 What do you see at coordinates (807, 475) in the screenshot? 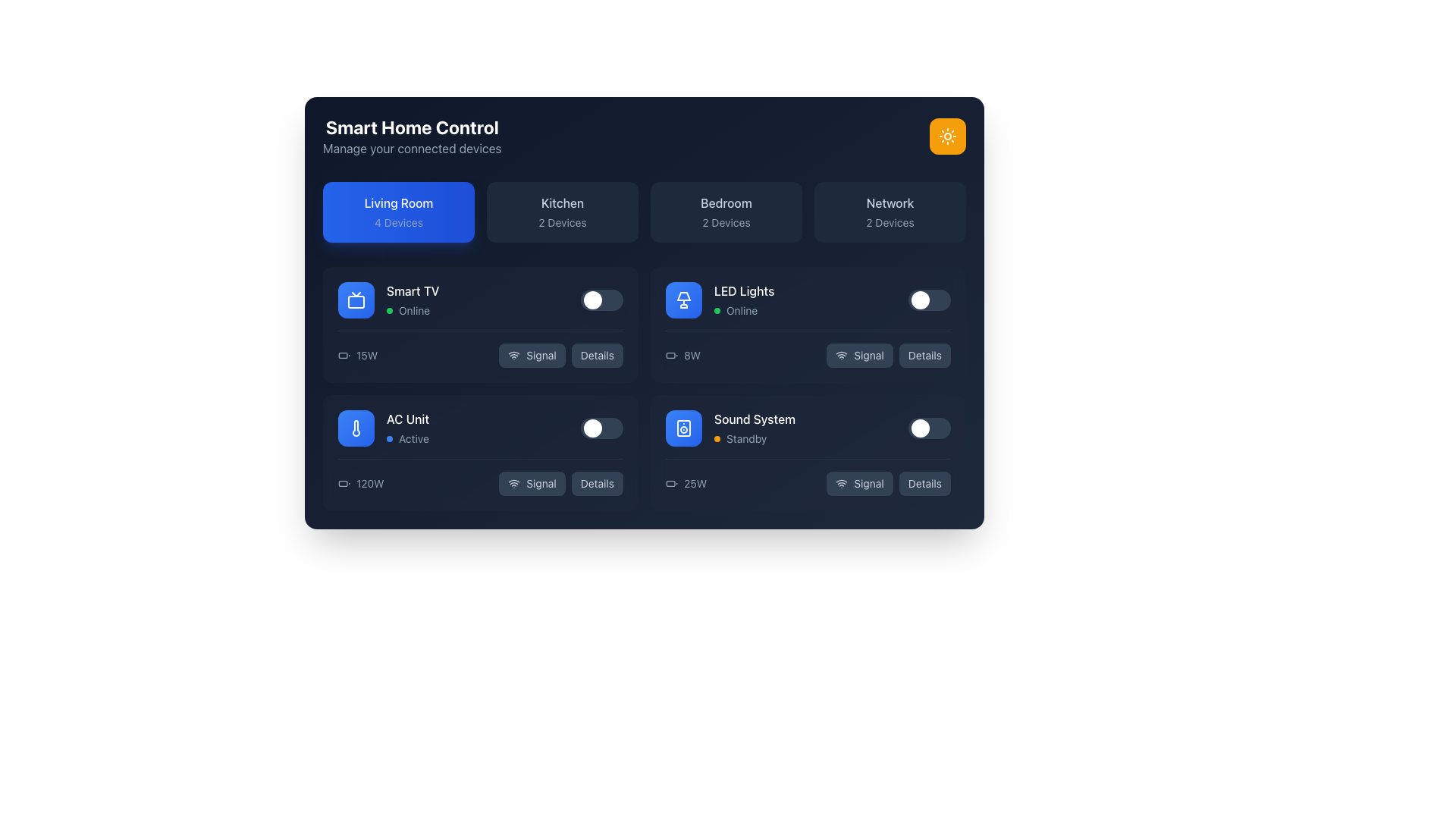
I see `the 'Signal' button located in the bottom-right part of the 'Sound System' card section, directly under the 'Standby' status indicator` at bounding box center [807, 475].